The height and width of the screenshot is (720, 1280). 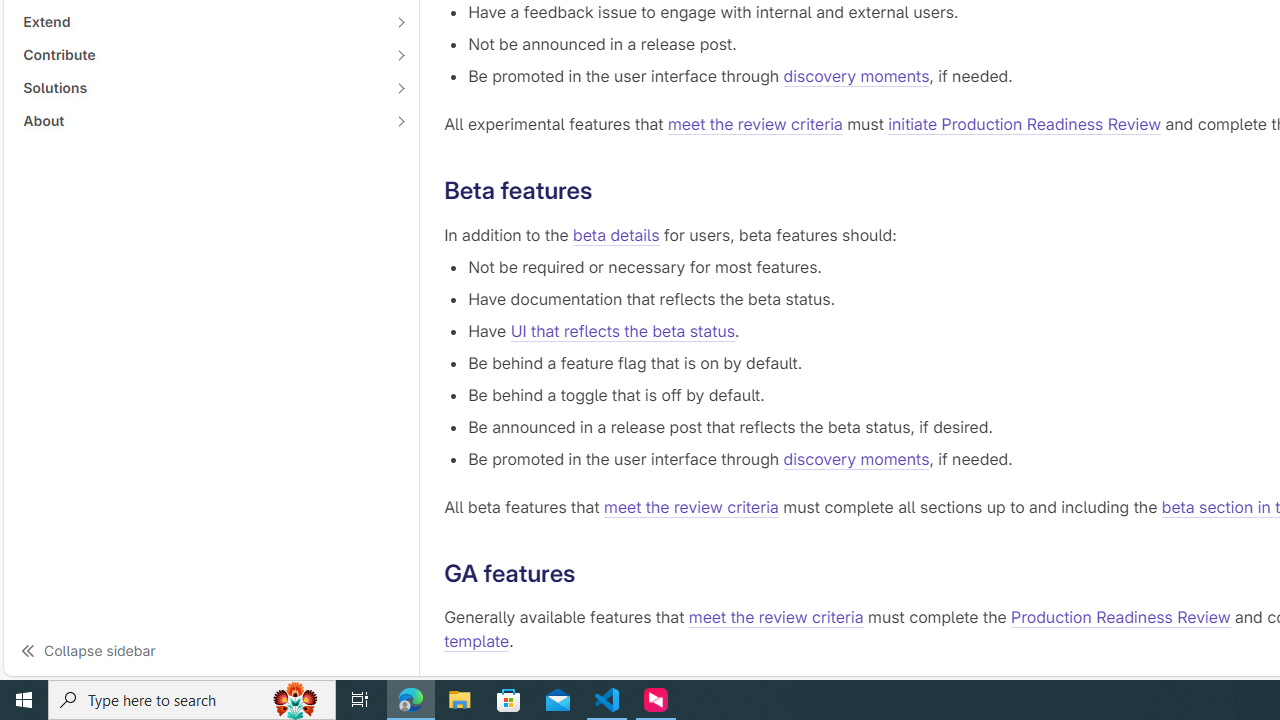 What do you see at coordinates (211, 650) in the screenshot?
I see `'Collapse sidebar'` at bounding box center [211, 650].